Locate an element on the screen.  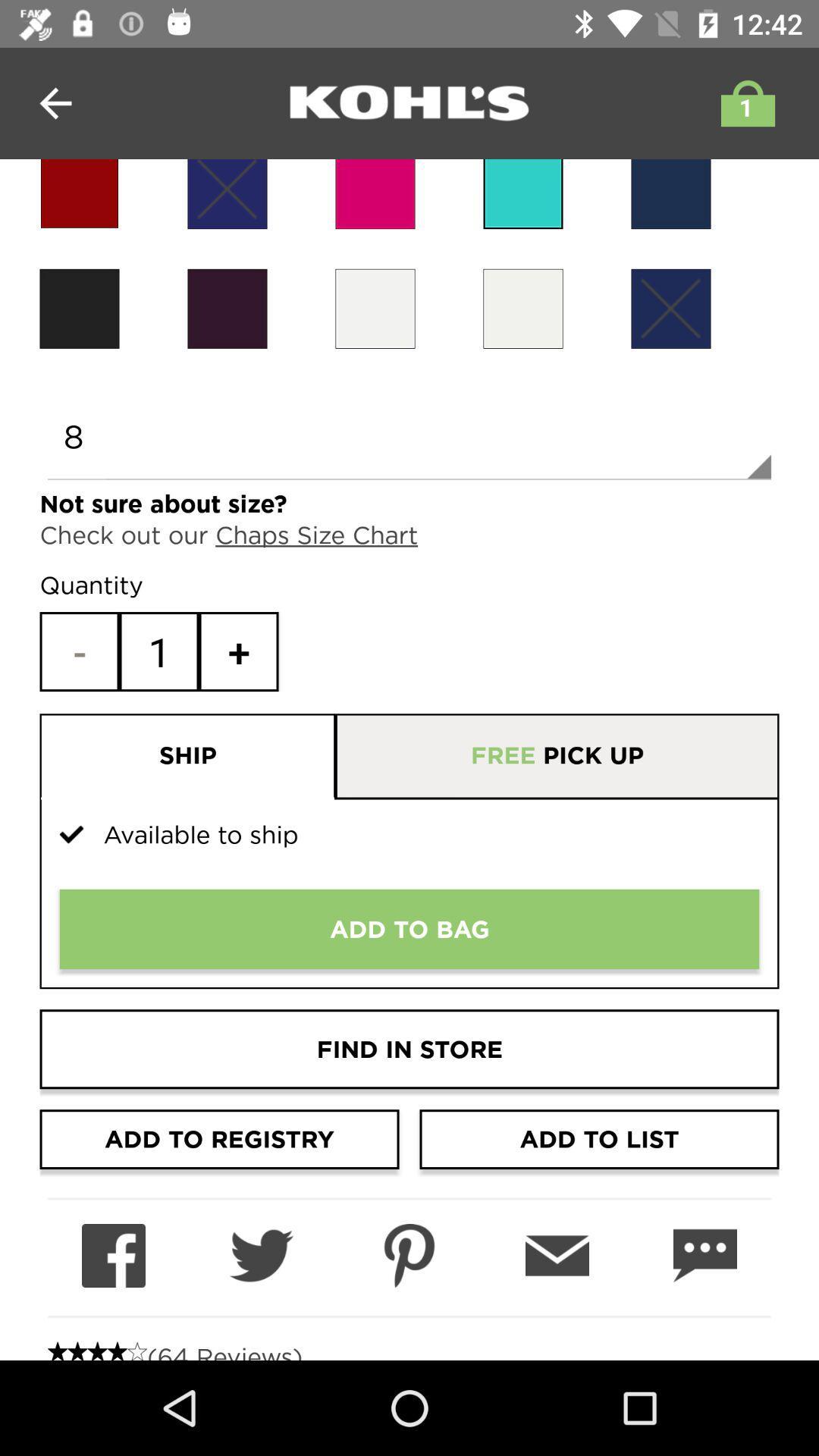
color orange is located at coordinates (375, 193).